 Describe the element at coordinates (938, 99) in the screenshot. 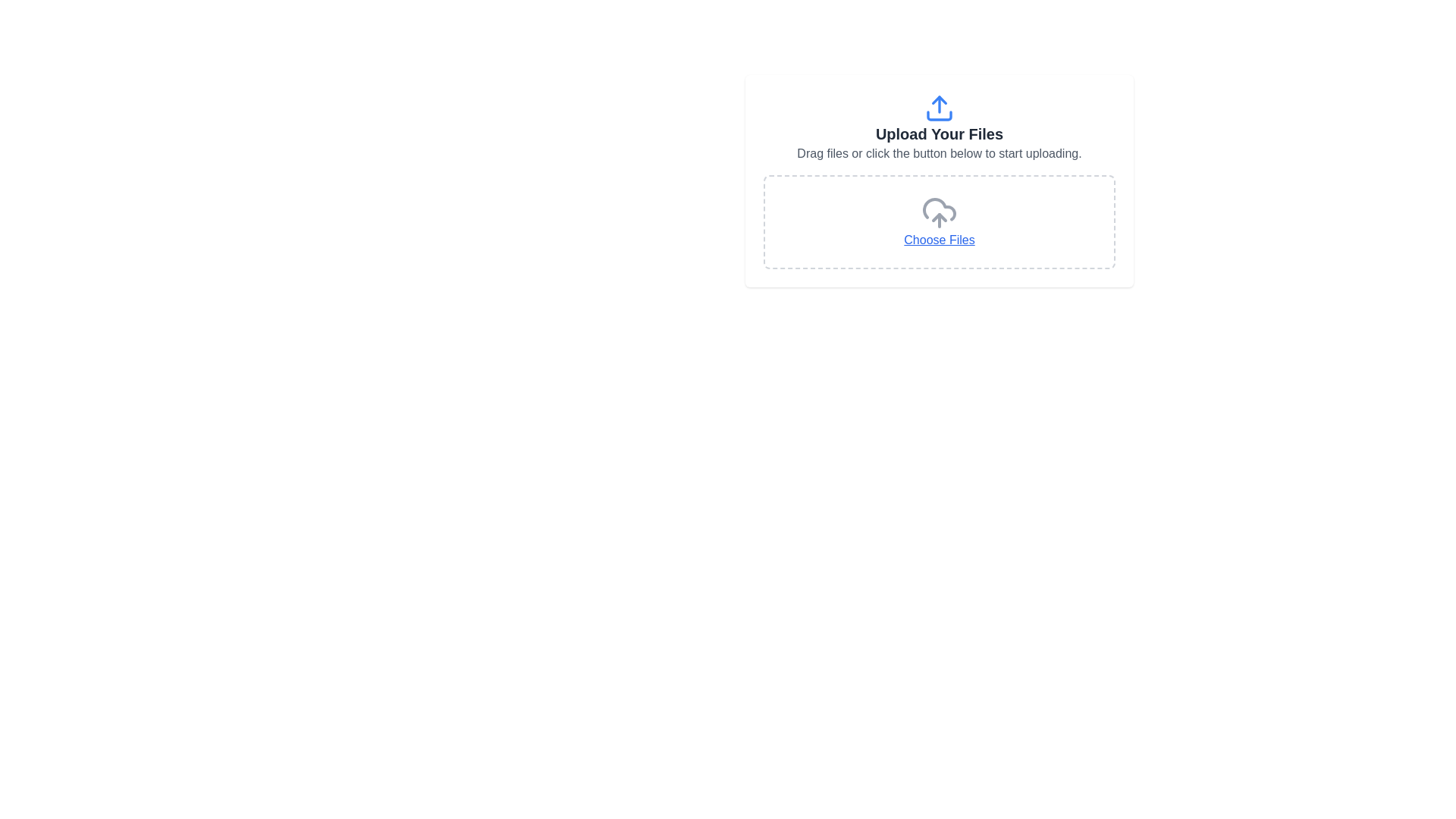

I see `the blue polygonal shape forming an upward-pointing arrowhead in the upload icon` at that location.